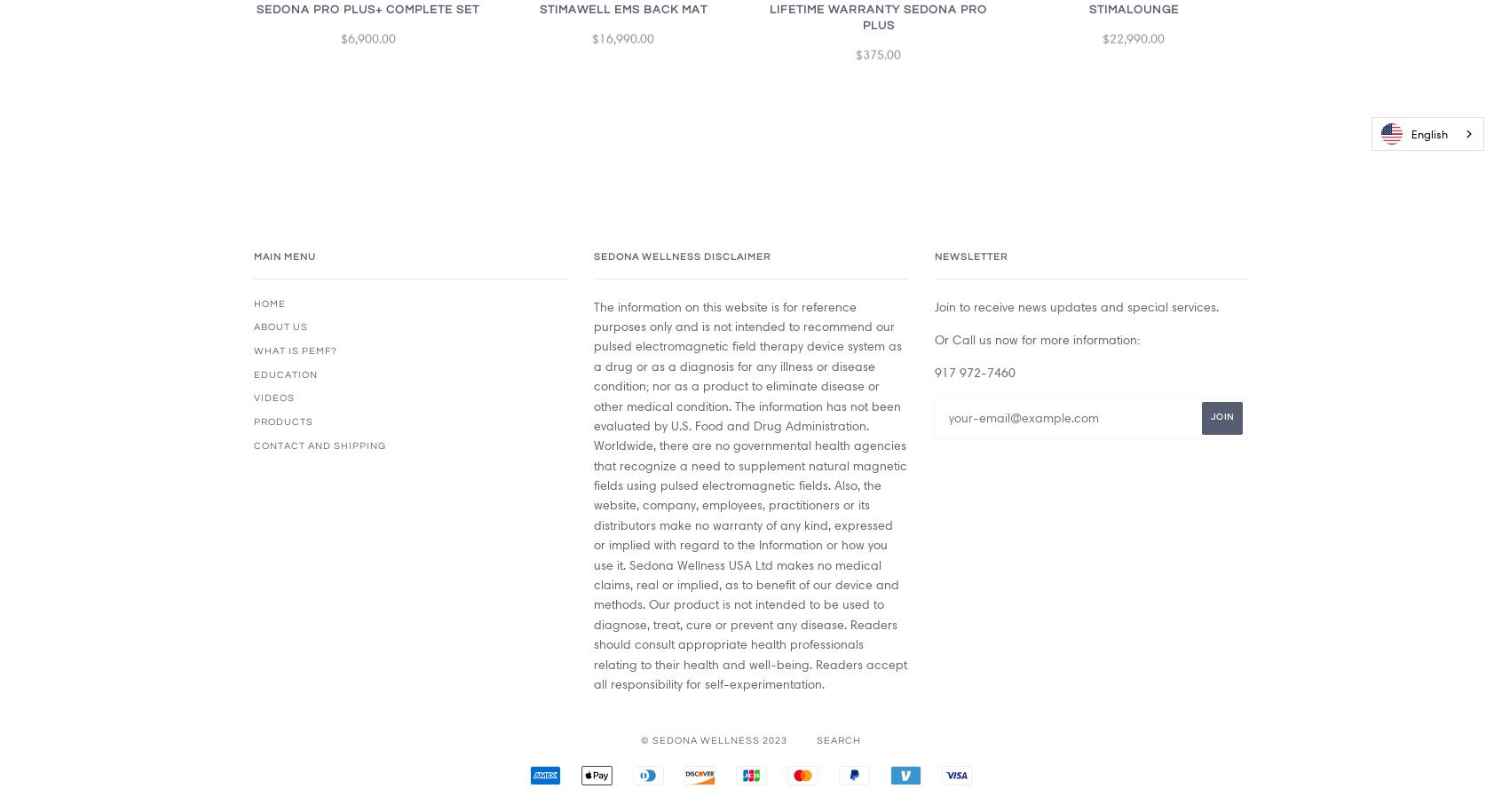 The width and height of the screenshot is (1502, 812). Describe the element at coordinates (1075, 305) in the screenshot. I see `'Join to receive news updates and special services.'` at that location.